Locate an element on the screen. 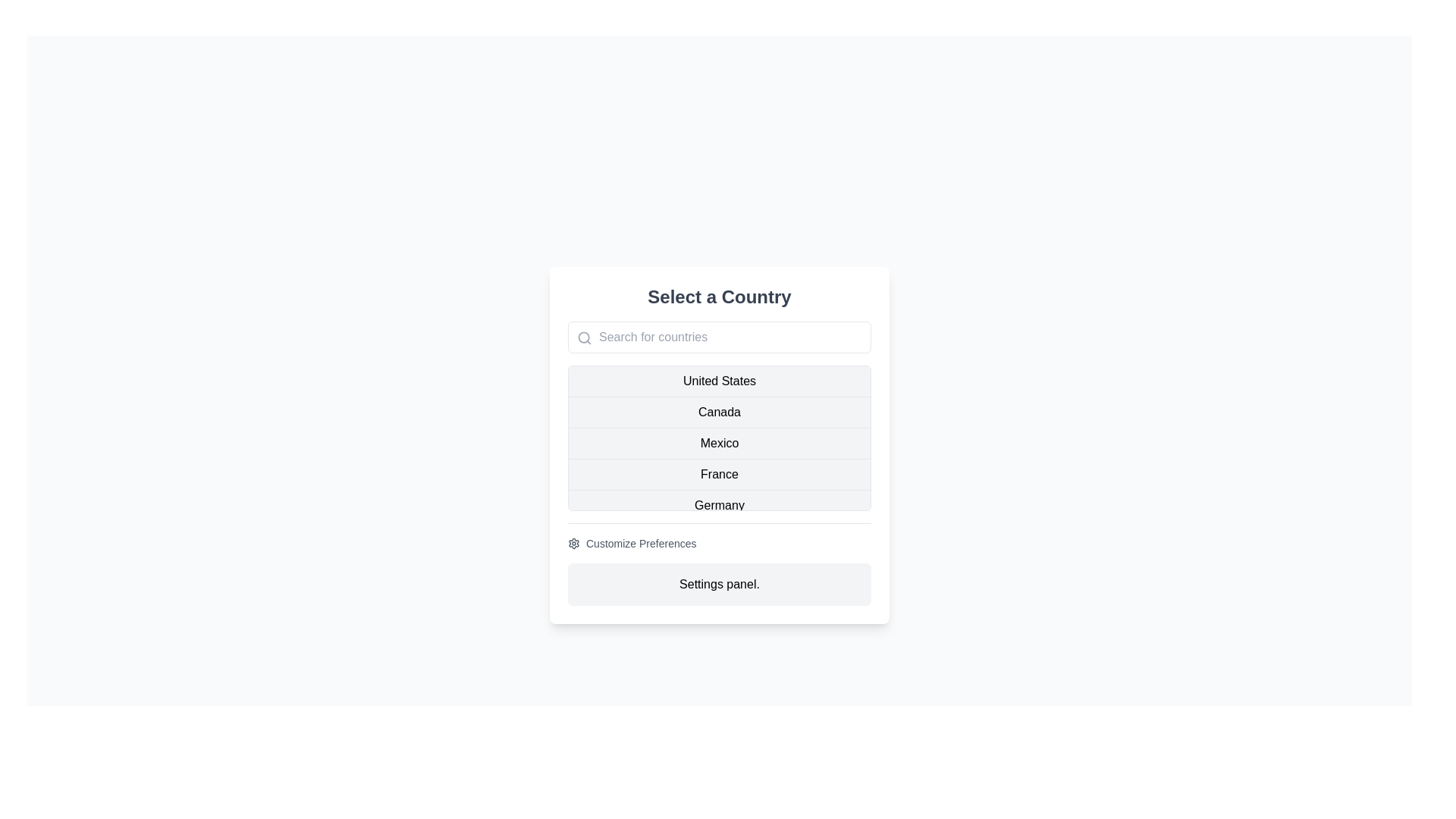 The height and width of the screenshot is (819, 1456). the search icon resembling a magnifying glass located at the beginning of the input field labeled 'Search for countries' is located at coordinates (584, 336).